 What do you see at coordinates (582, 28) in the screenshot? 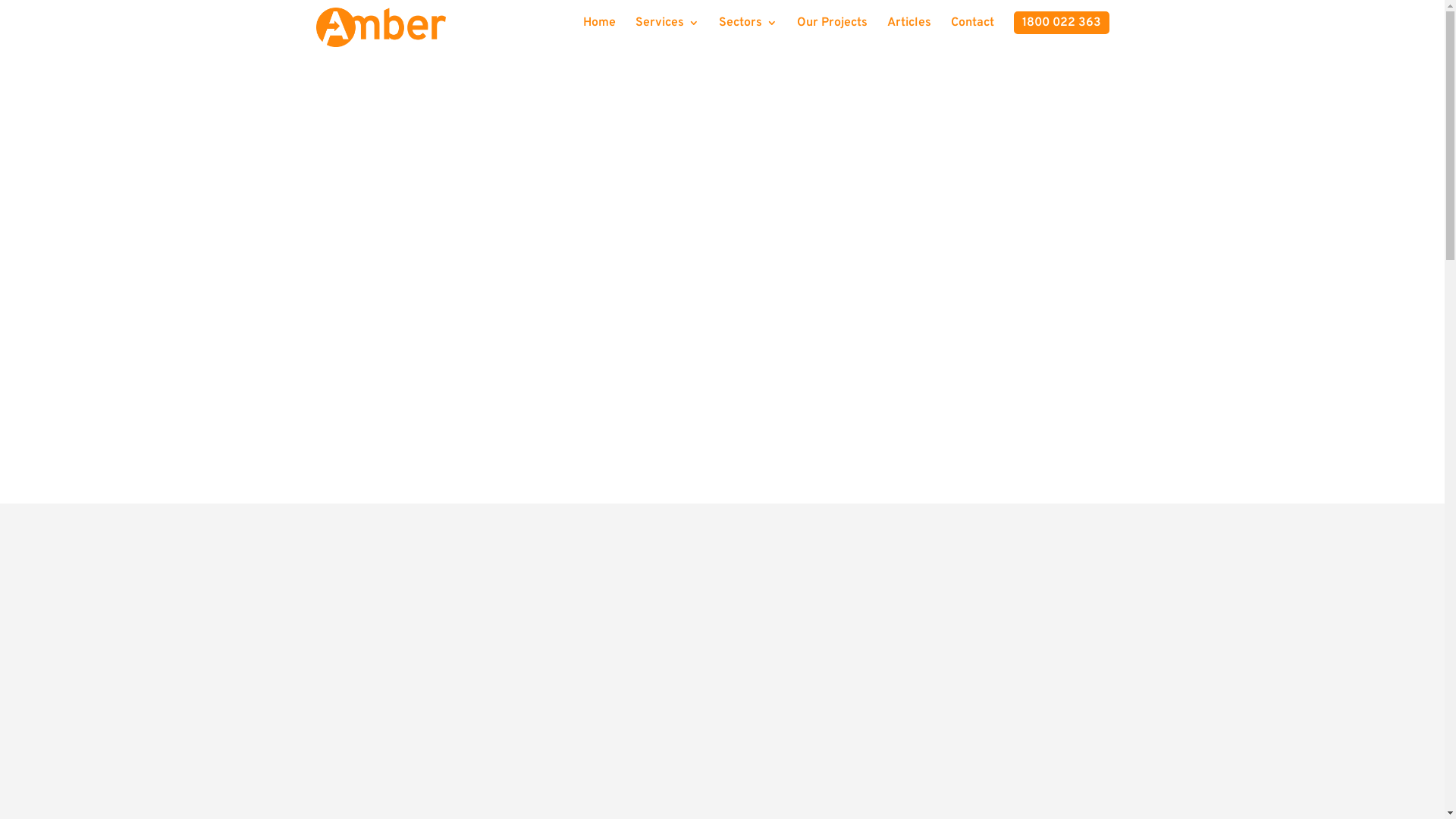
I see `'Home'` at bounding box center [582, 28].